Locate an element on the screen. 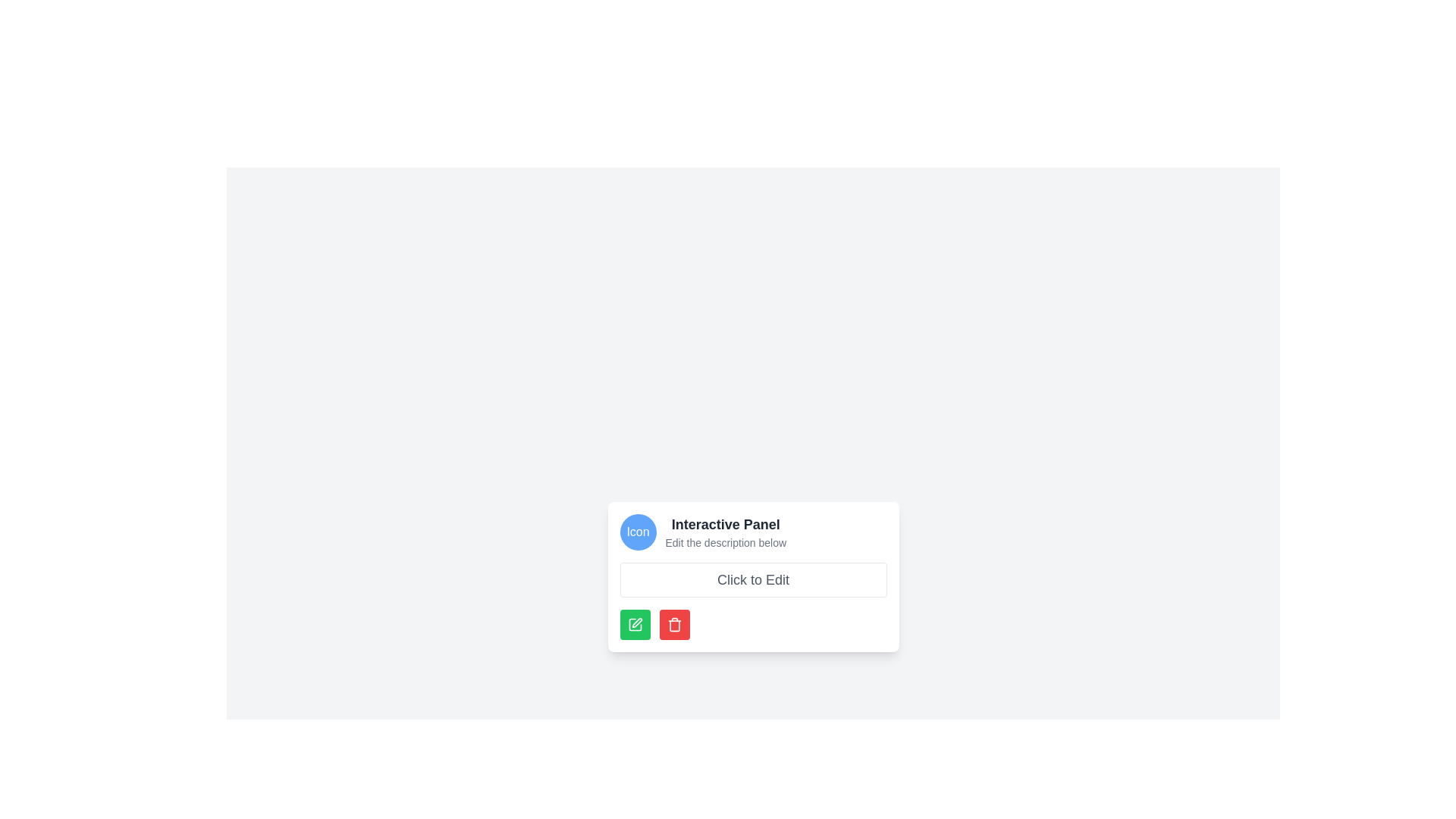 This screenshot has width=1456, height=819. the 'Interactive Panel' text element group, which includes the title 'Interactive Panel' and subtitle 'Edit the description below' is located at coordinates (725, 532).